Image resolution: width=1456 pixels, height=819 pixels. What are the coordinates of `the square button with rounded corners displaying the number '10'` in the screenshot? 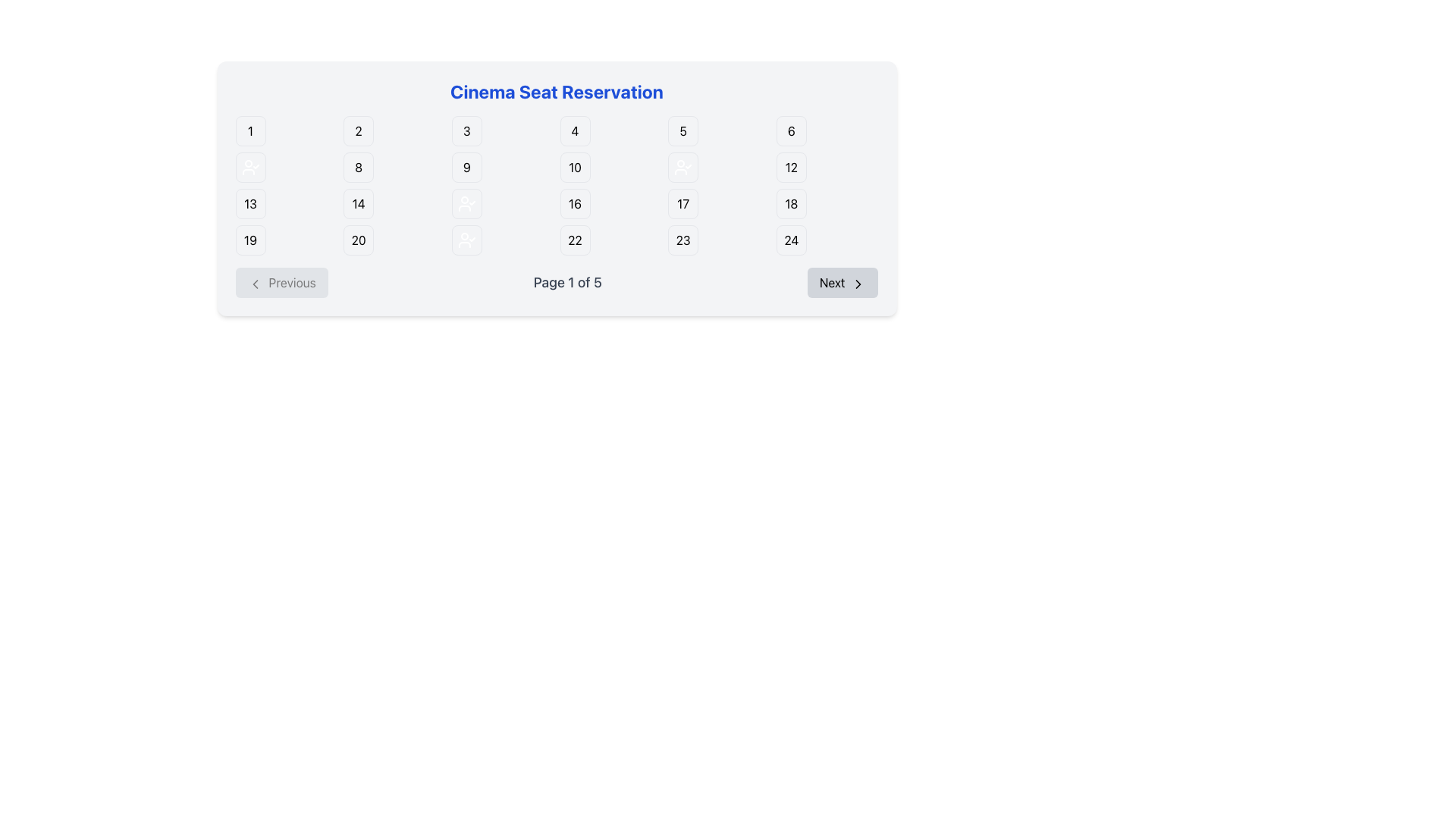 It's located at (574, 167).